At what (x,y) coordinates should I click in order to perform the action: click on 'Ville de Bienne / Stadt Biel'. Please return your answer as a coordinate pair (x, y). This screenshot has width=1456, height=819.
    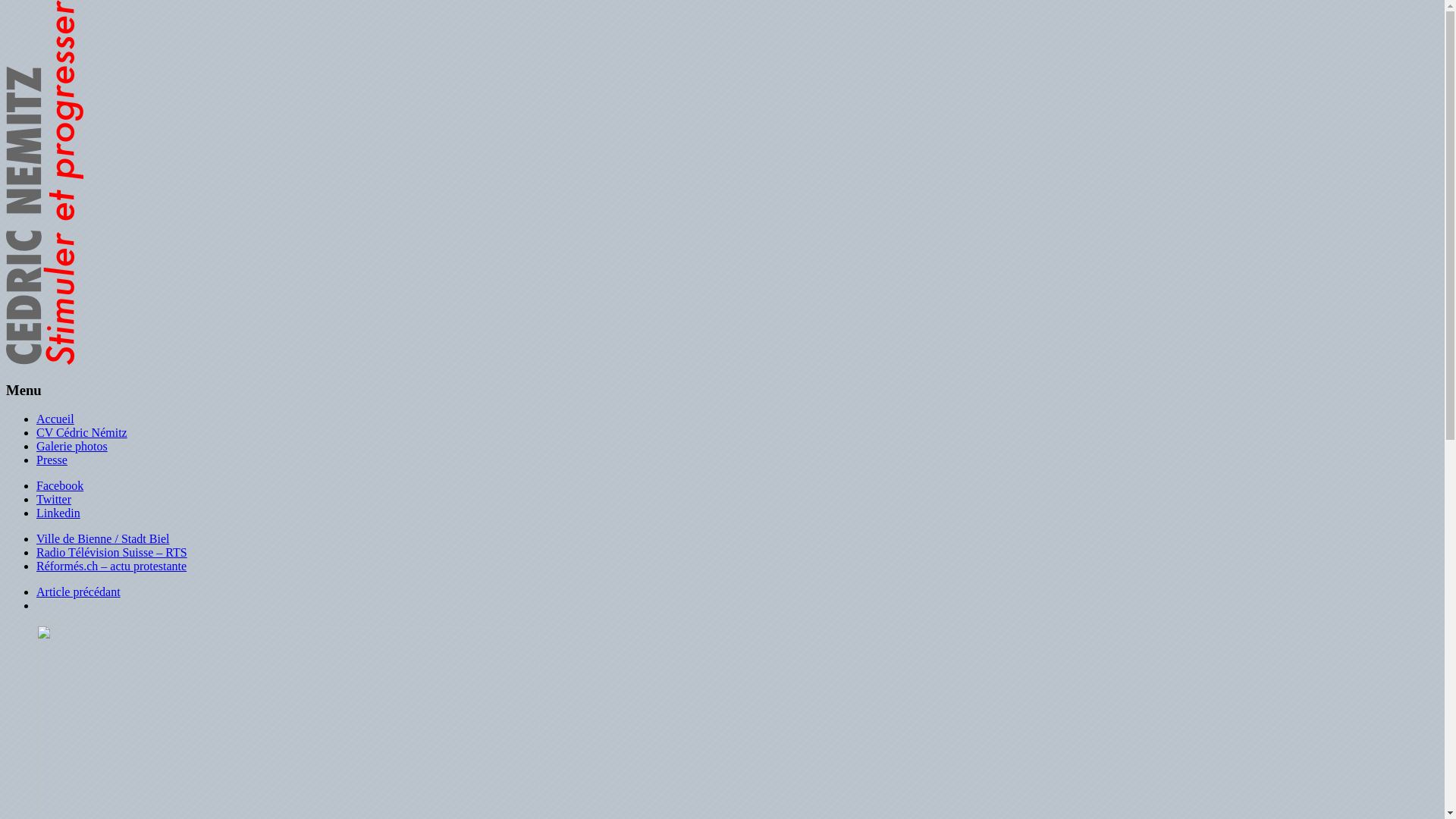
    Looking at the image, I should click on (102, 538).